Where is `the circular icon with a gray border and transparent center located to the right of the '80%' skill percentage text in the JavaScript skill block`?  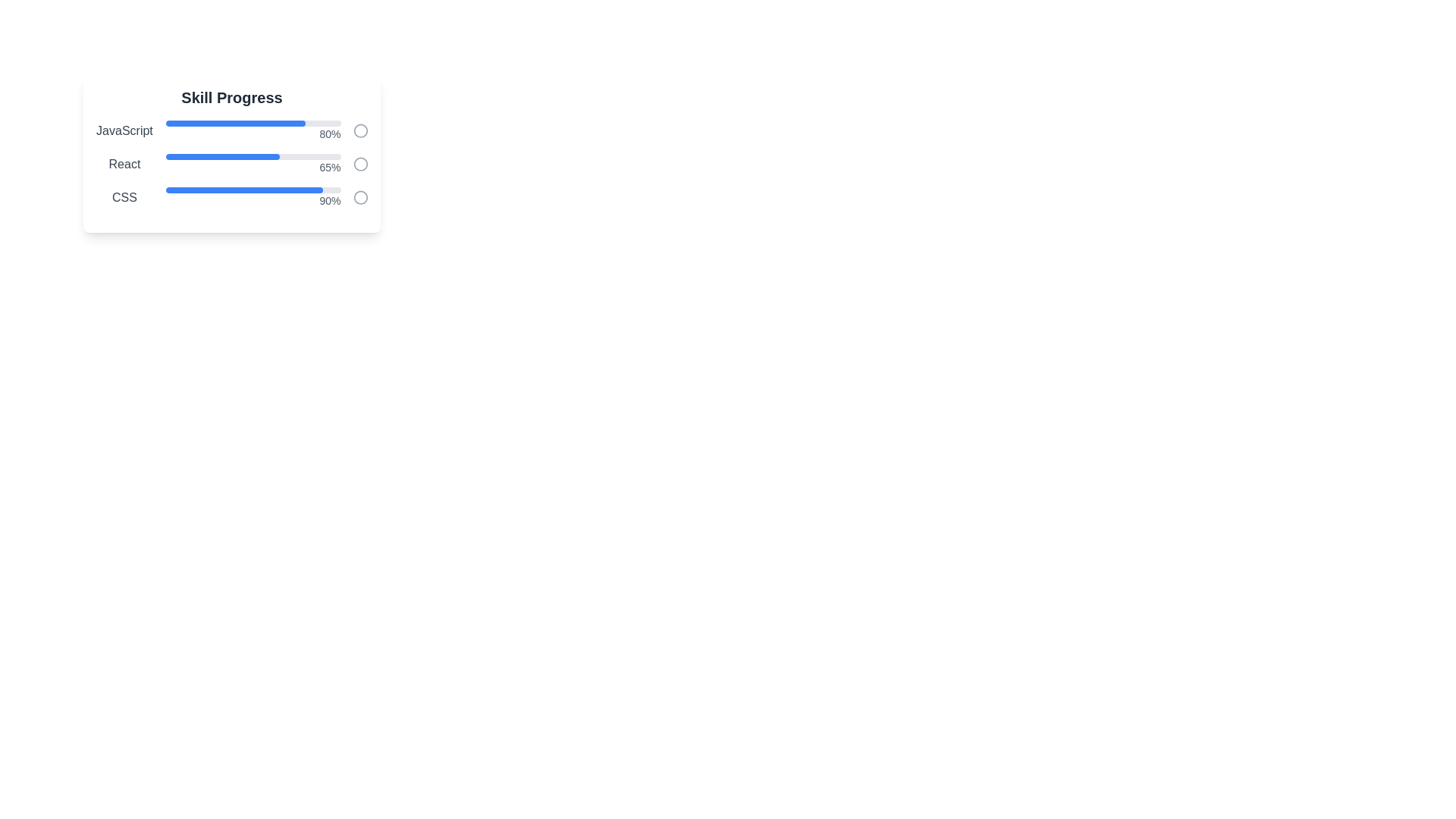 the circular icon with a gray border and transparent center located to the right of the '80%' skill percentage text in the JavaScript skill block is located at coordinates (359, 130).